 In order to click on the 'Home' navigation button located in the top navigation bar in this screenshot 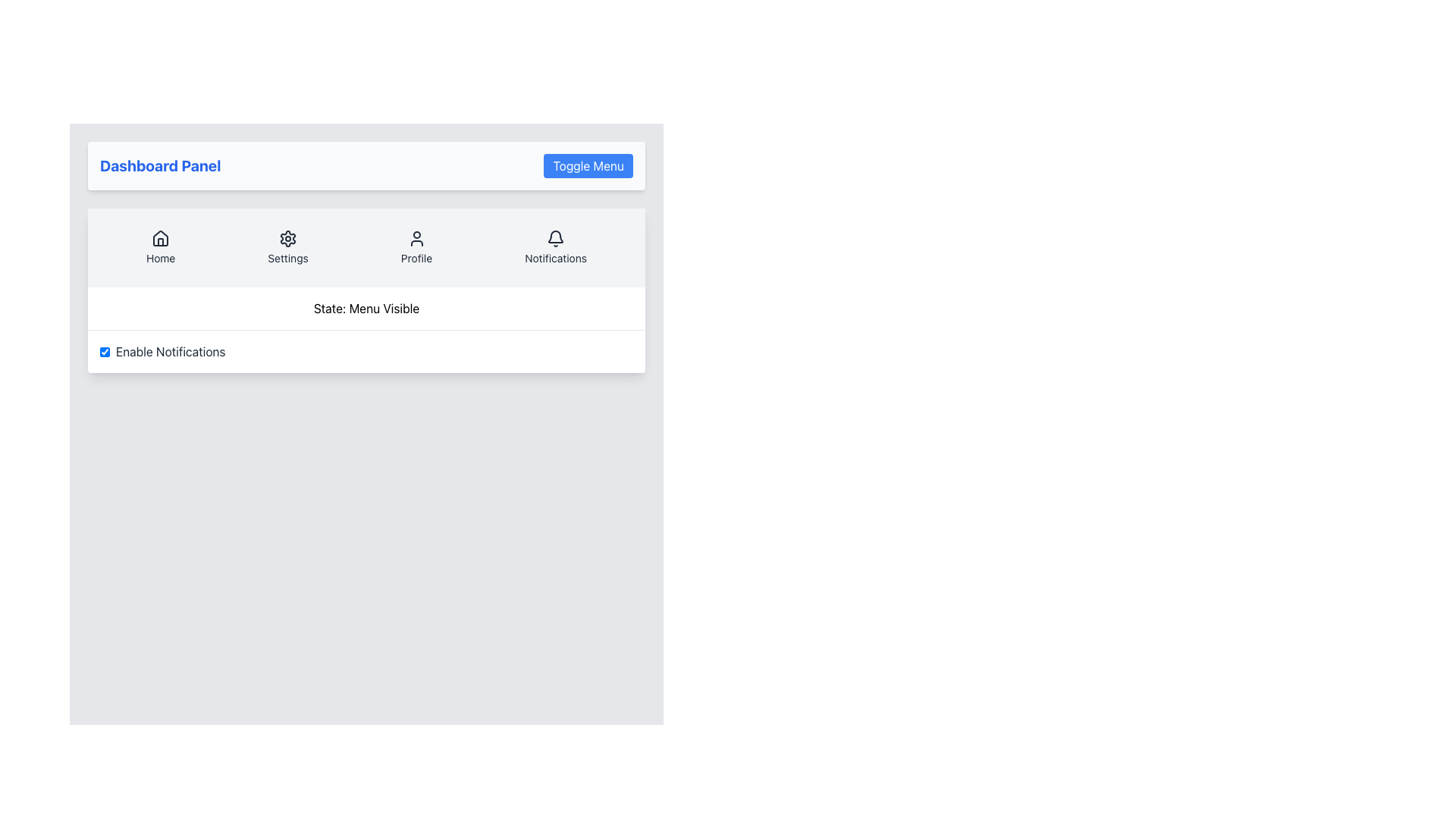, I will do `click(161, 247)`.